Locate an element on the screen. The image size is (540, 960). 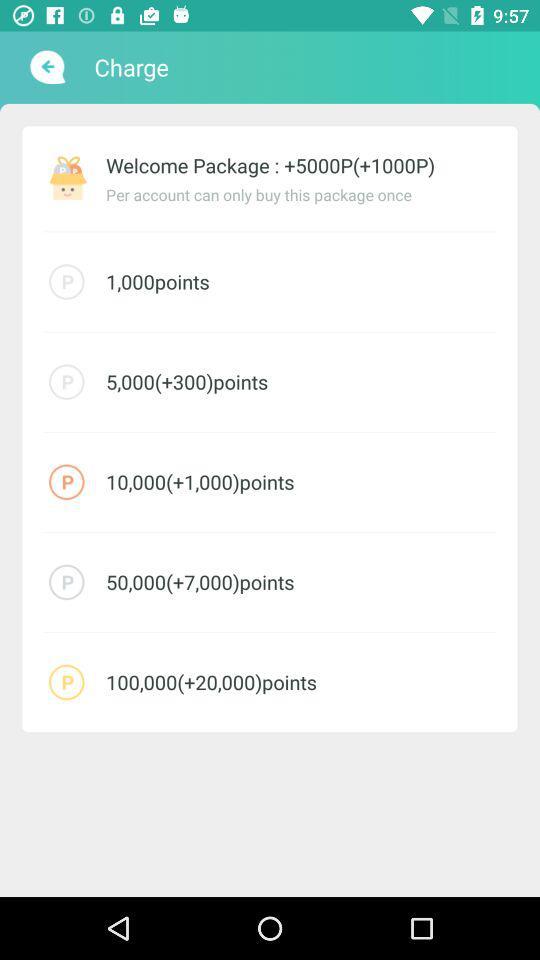
the arrow_backward icon is located at coordinates (45, 67).